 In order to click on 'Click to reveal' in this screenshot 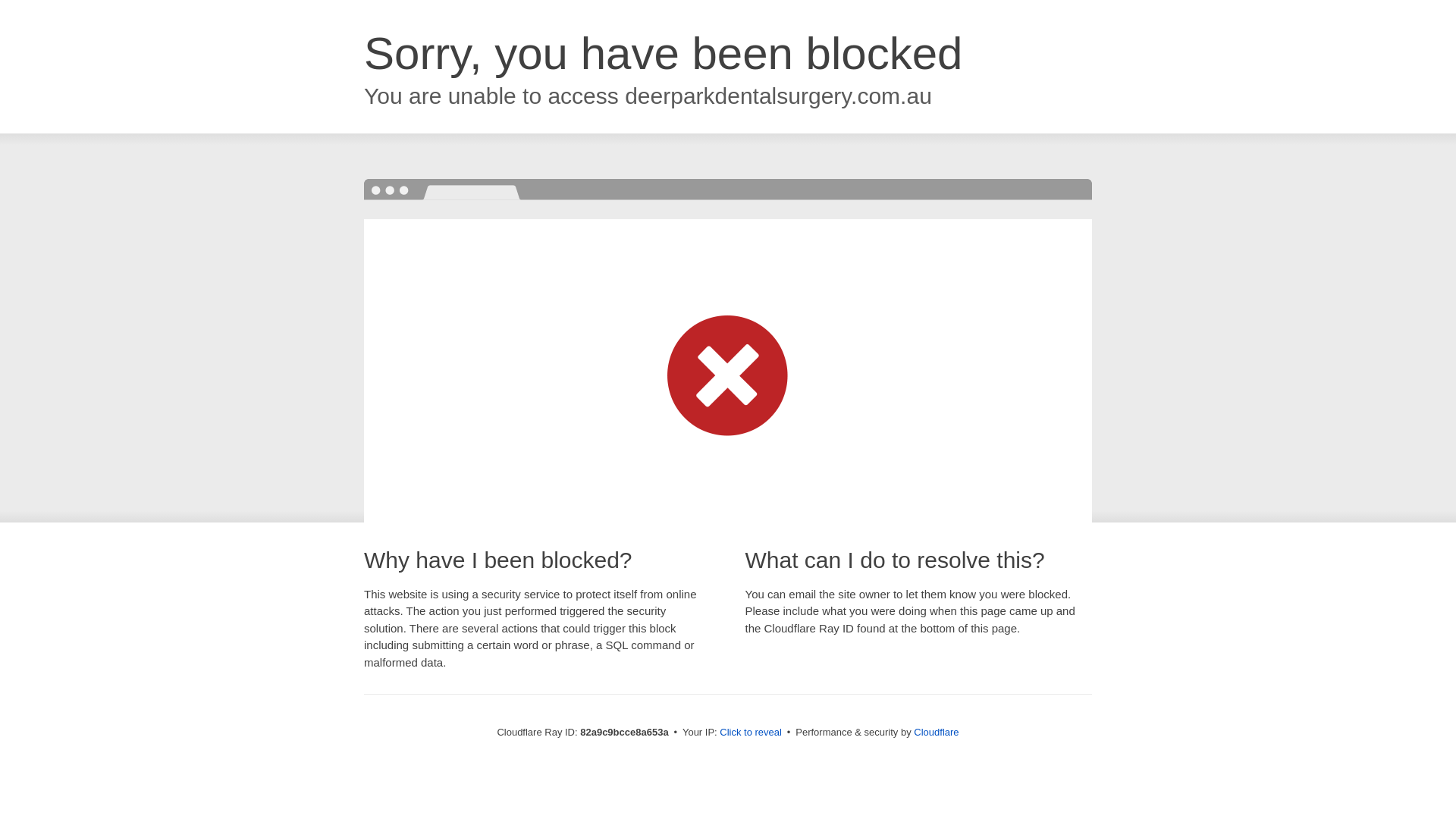, I will do `click(750, 731)`.